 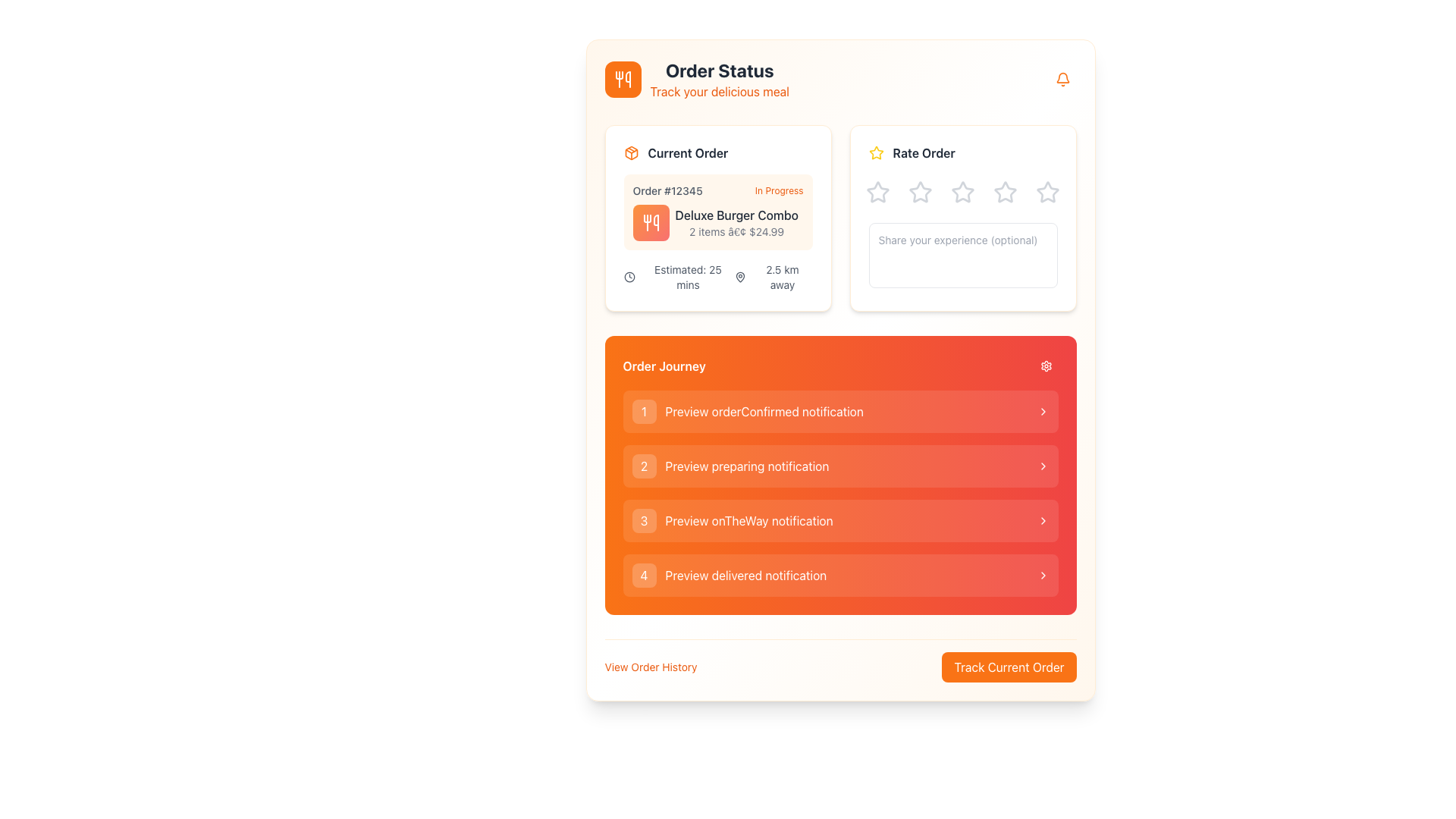 What do you see at coordinates (839, 465) in the screenshot?
I see `the second list item under the 'Order Journey' section` at bounding box center [839, 465].